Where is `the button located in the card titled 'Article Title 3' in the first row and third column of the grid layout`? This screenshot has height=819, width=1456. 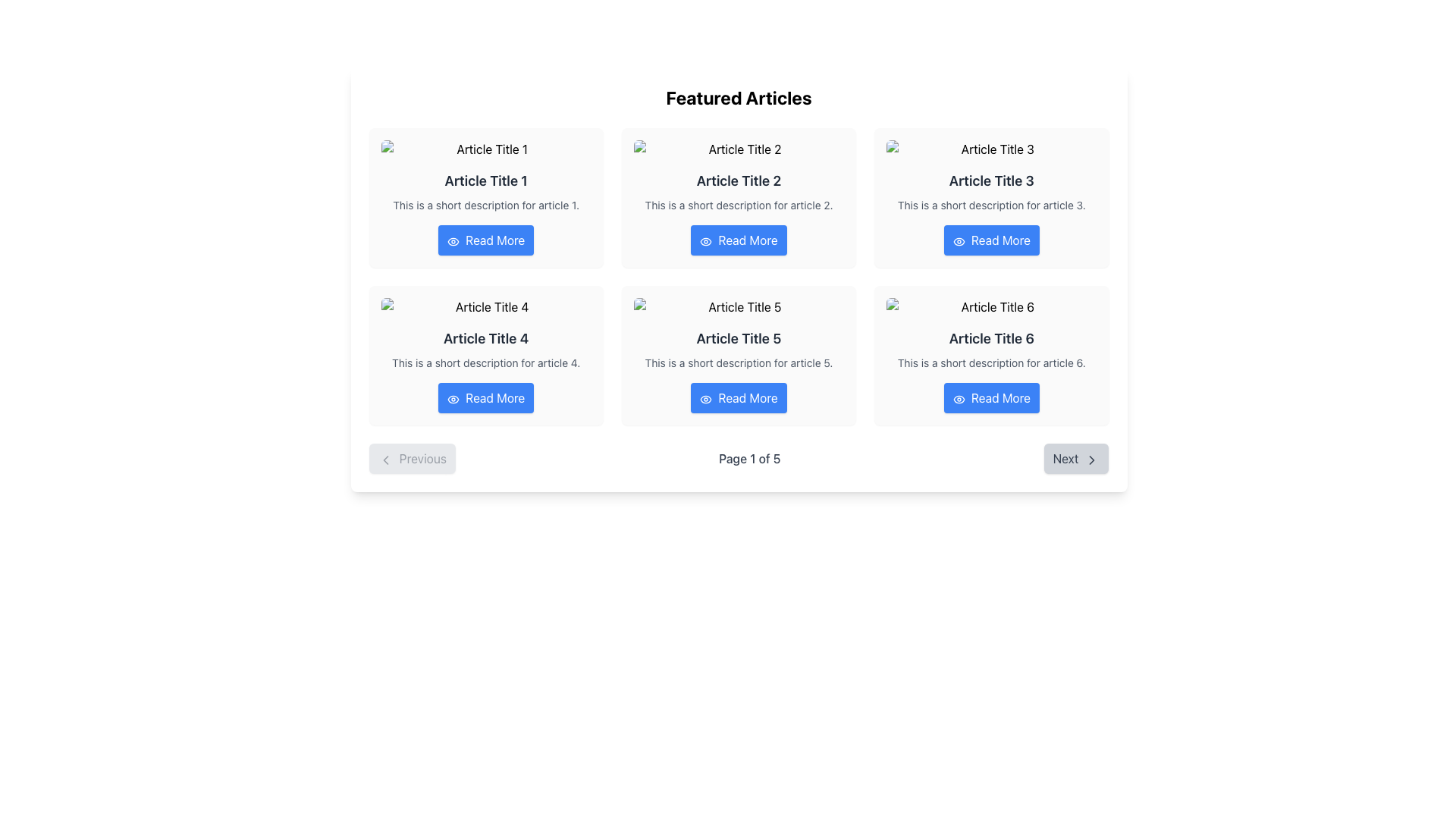
the button located in the card titled 'Article Title 3' in the first row and third column of the grid layout is located at coordinates (991, 239).